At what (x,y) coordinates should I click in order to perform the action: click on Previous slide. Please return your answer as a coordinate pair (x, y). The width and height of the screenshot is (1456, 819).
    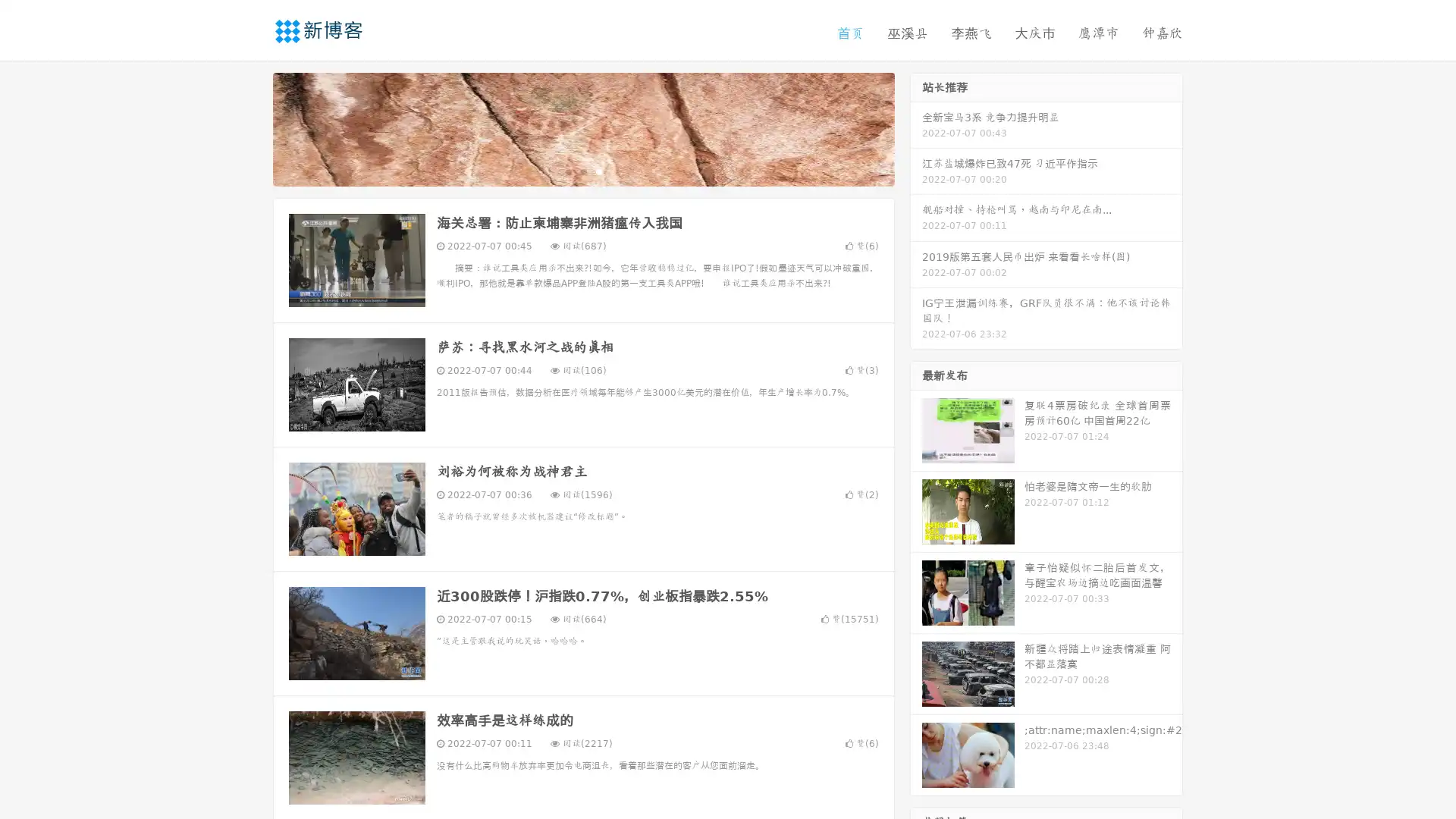
    Looking at the image, I should click on (250, 127).